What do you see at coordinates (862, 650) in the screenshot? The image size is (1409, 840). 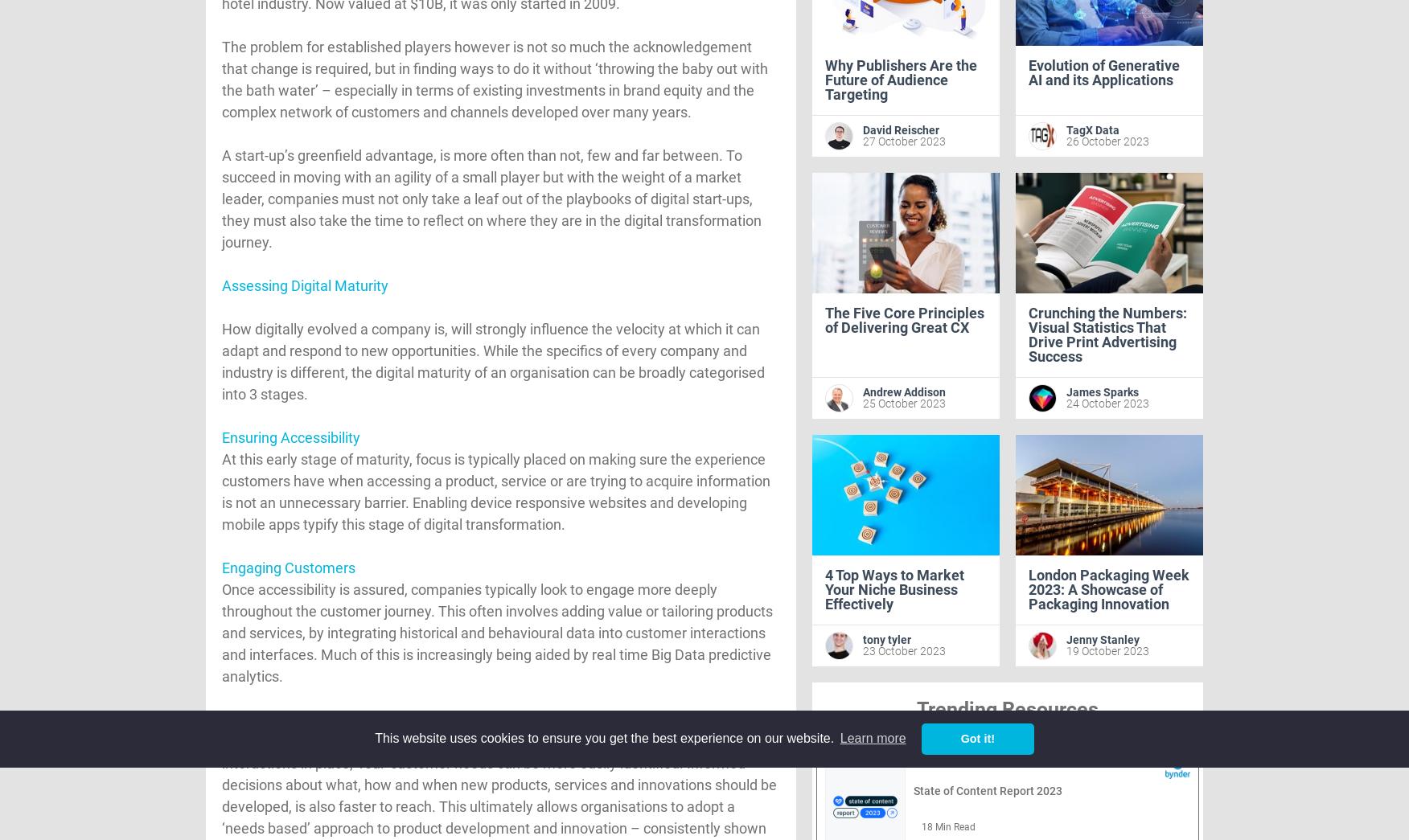 I see `'23 October 2023'` at bounding box center [862, 650].